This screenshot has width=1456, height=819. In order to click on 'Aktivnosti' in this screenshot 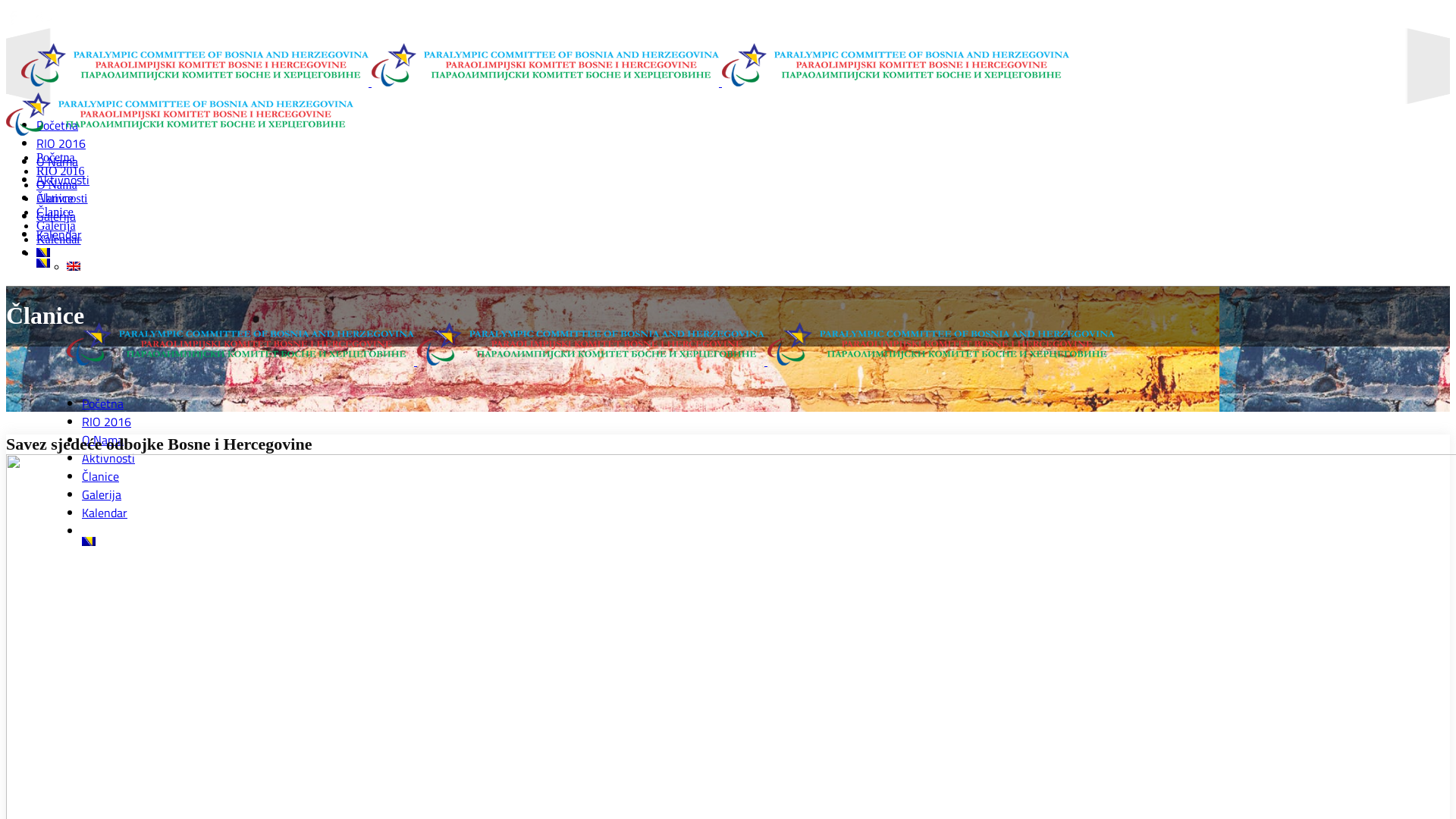, I will do `click(36, 197)`.